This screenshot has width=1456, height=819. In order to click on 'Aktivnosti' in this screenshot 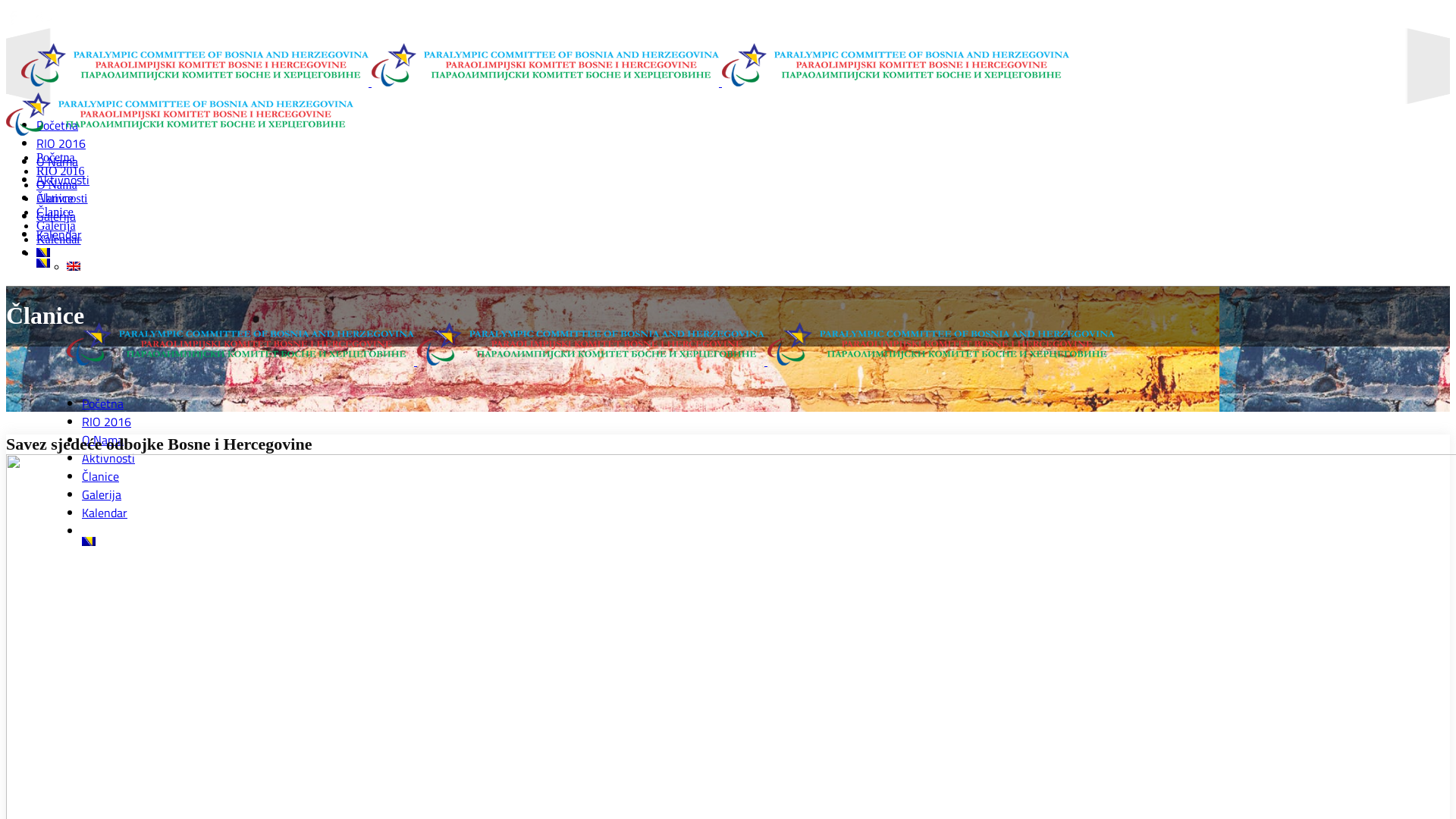, I will do `click(36, 197)`.